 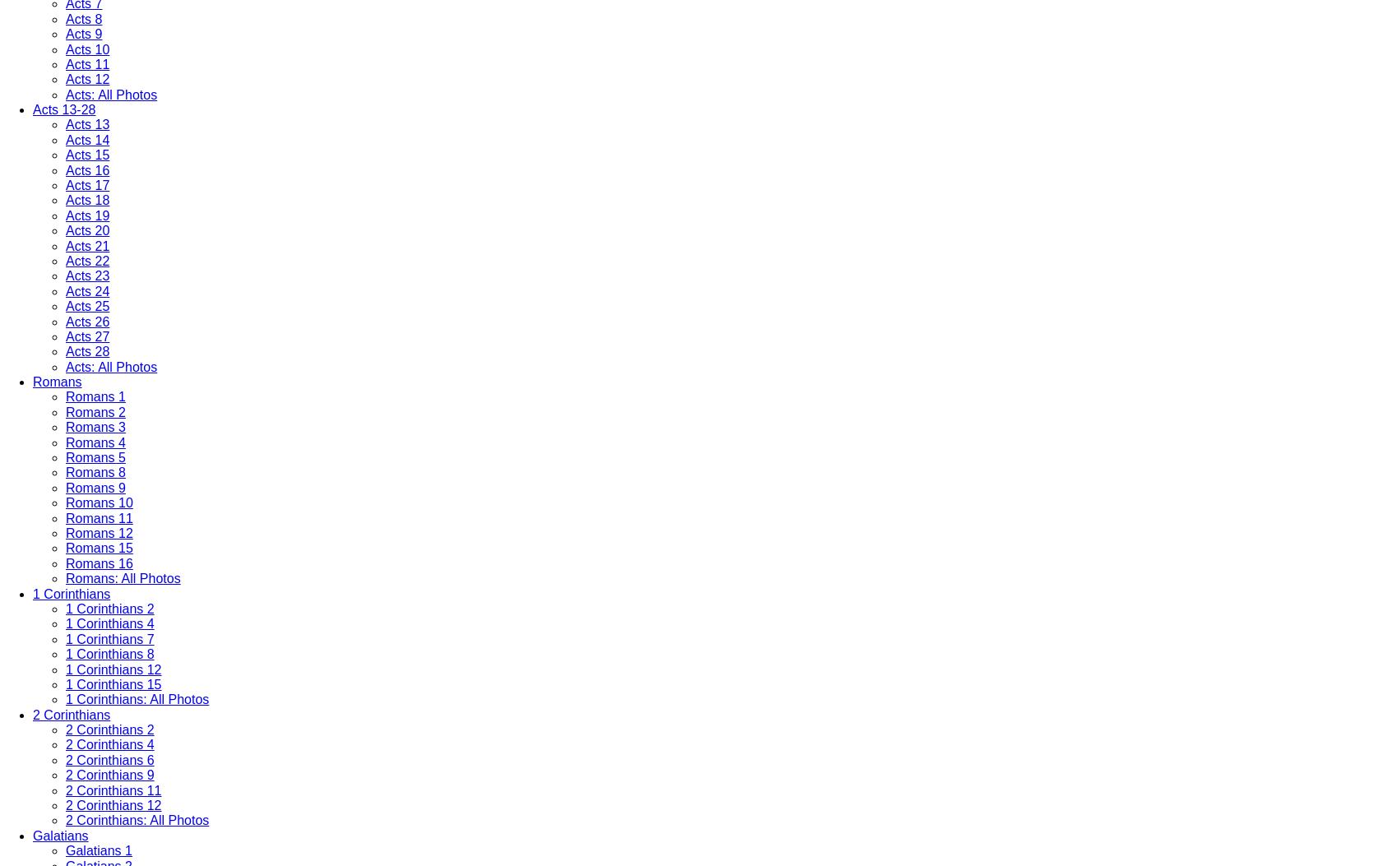 I want to click on '2 Corinthians: All Photos', so click(x=136, y=820).